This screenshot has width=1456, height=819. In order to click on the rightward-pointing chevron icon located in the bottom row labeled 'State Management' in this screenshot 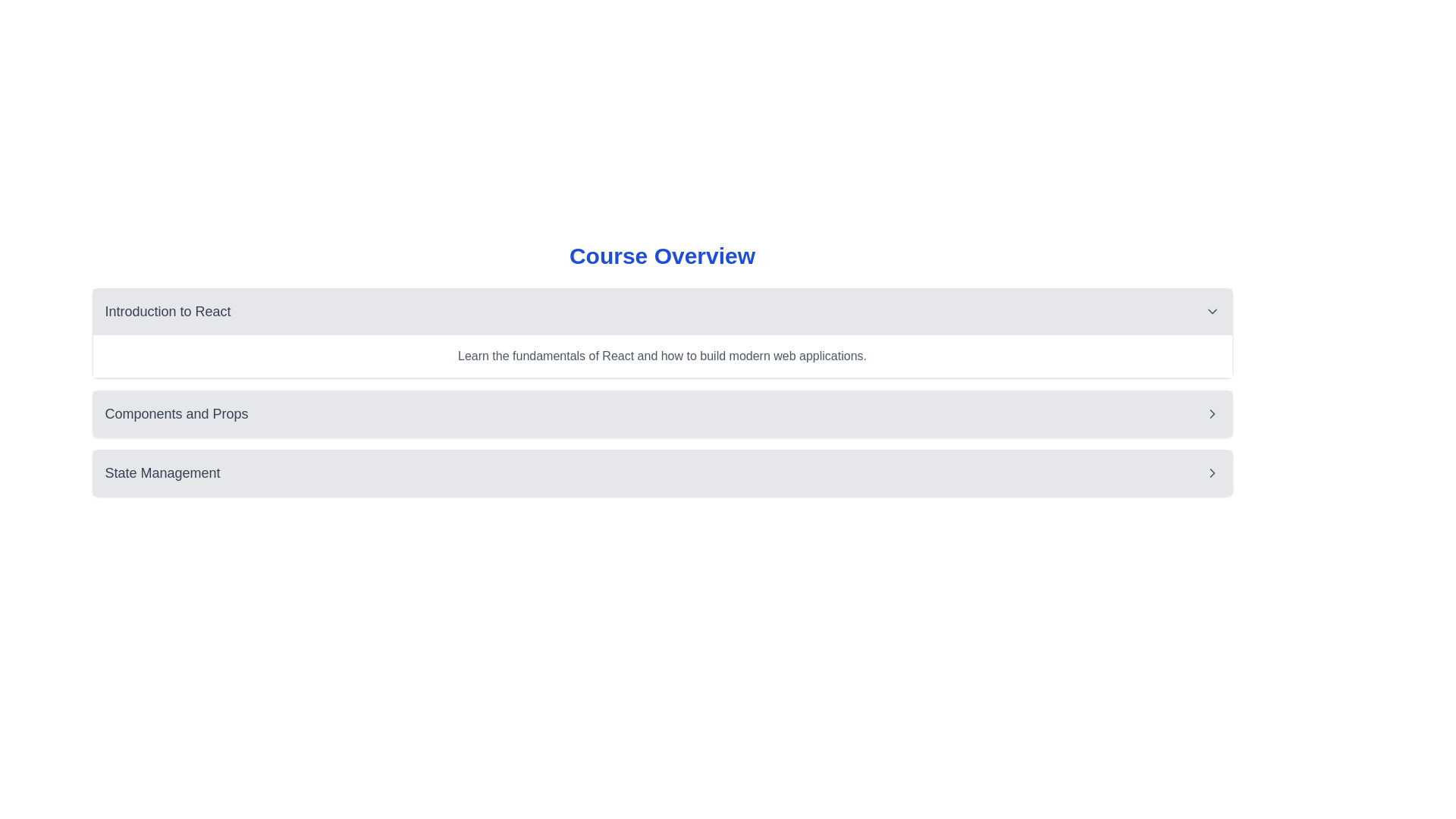, I will do `click(1211, 472)`.